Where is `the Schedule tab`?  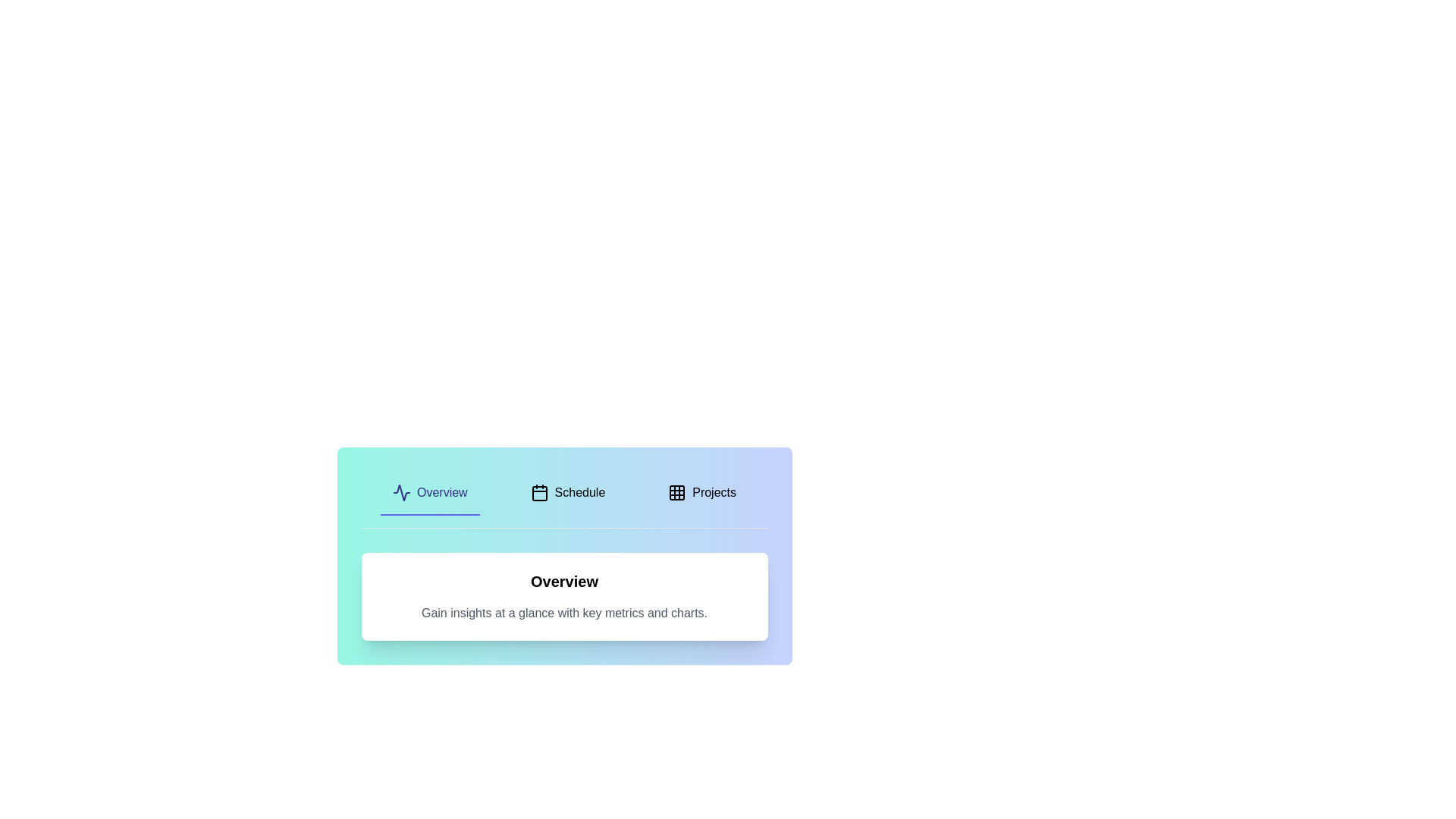
the Schedule tab is located at coordinates (566, 494).